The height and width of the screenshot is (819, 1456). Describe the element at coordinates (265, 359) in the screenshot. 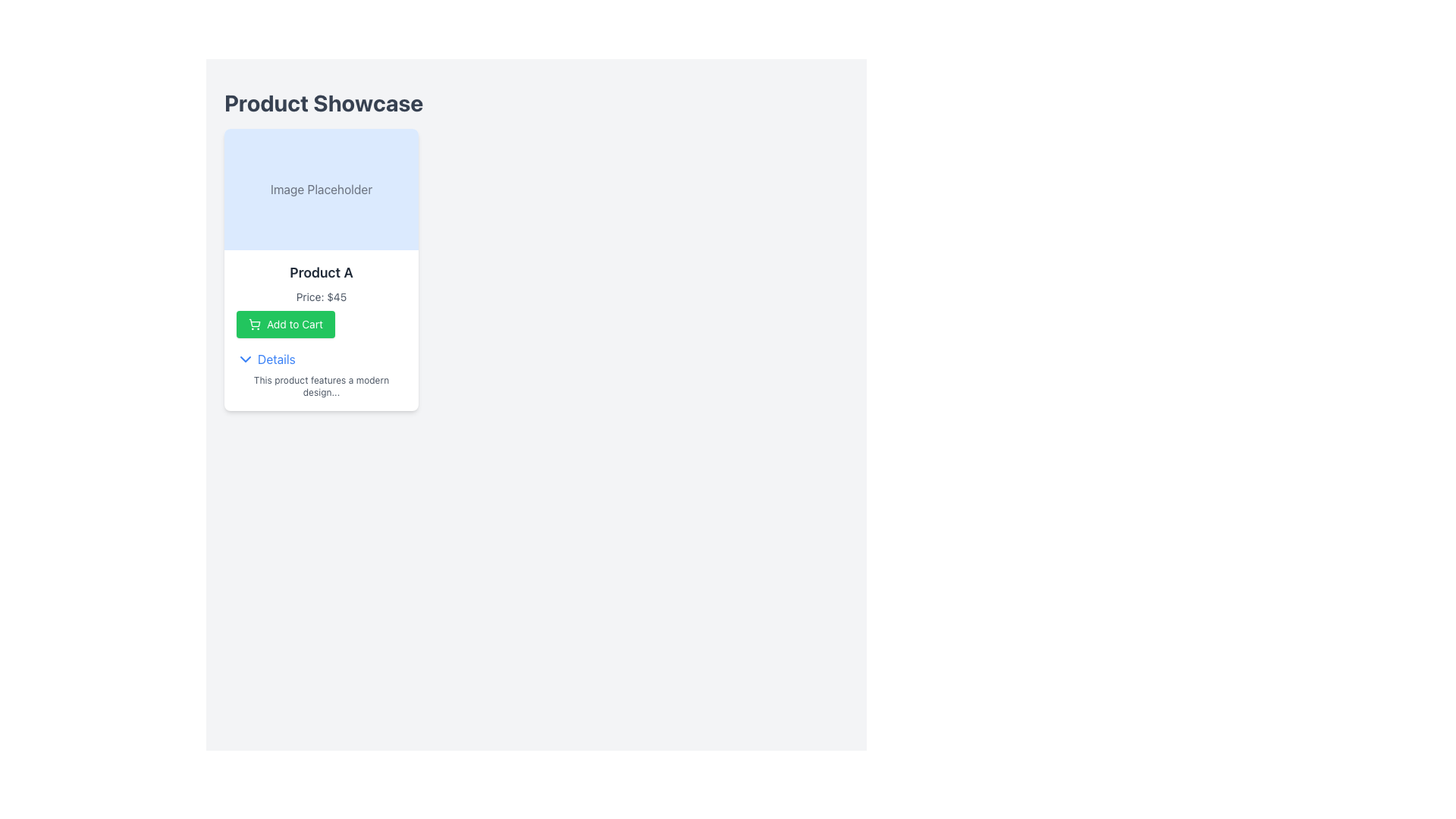

I see `the 'Details' link with the adjacent chevron-right icon within the 'Product A' card to underline it` at that location.